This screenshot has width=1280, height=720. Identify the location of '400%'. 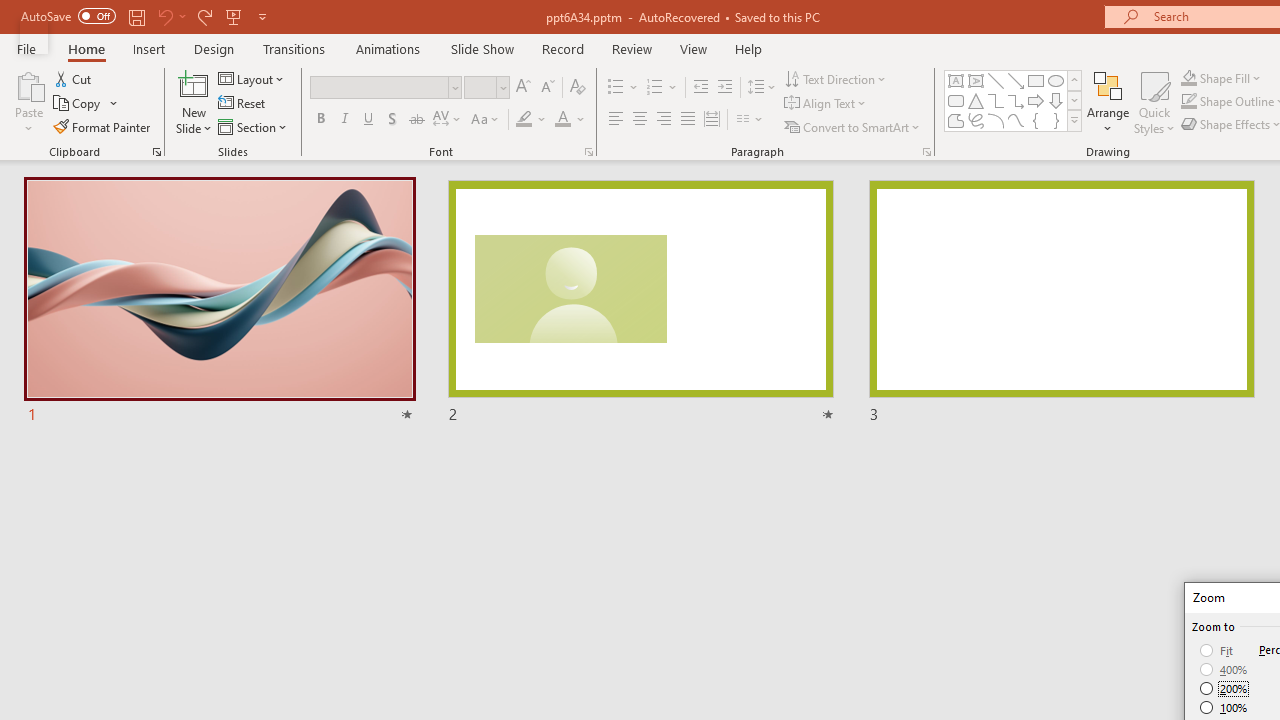
(1223, 669).